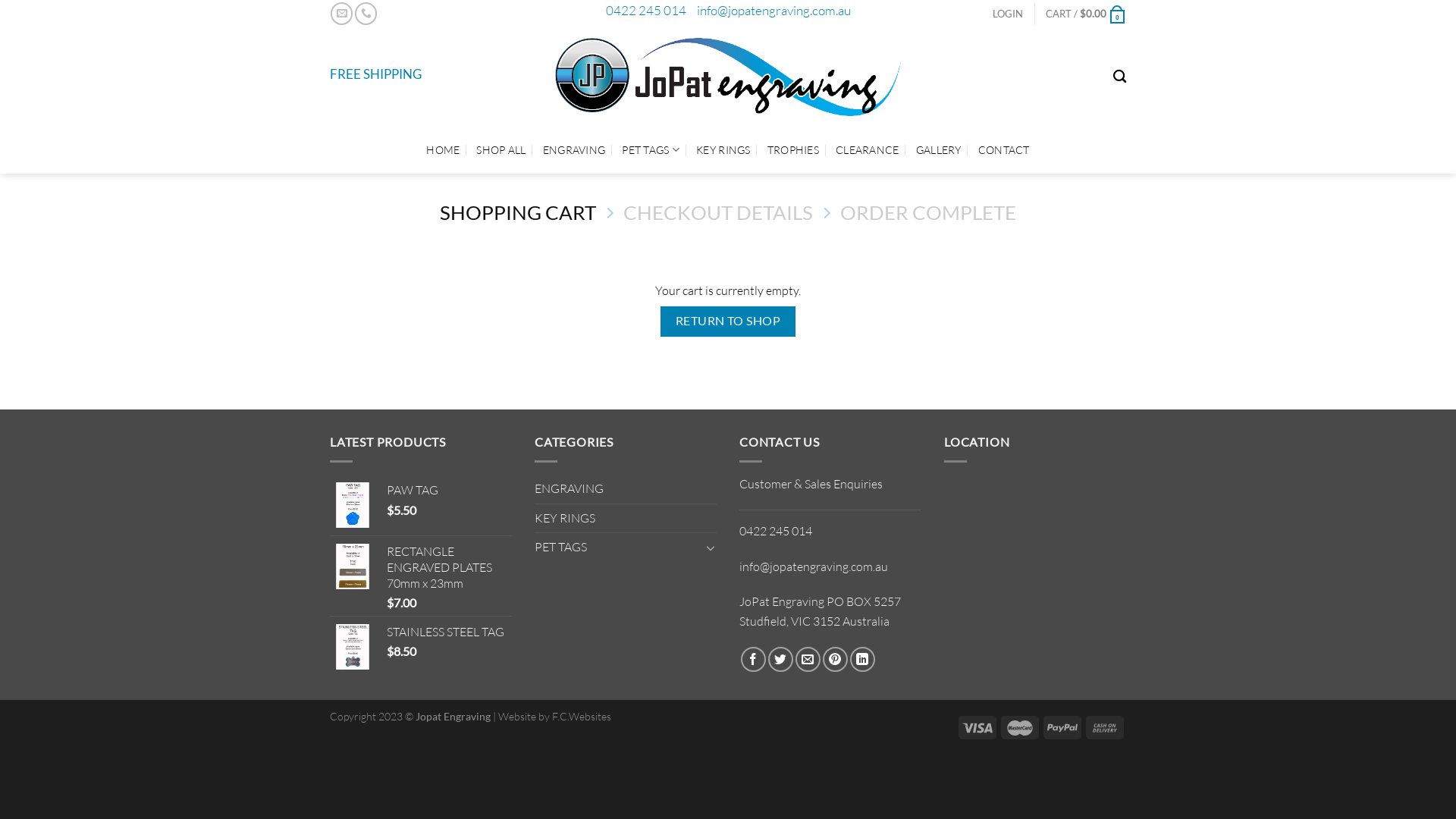 This screenshot has width=1456, height=819. I want to click on 'Share on Twitter', so click(780, 658).